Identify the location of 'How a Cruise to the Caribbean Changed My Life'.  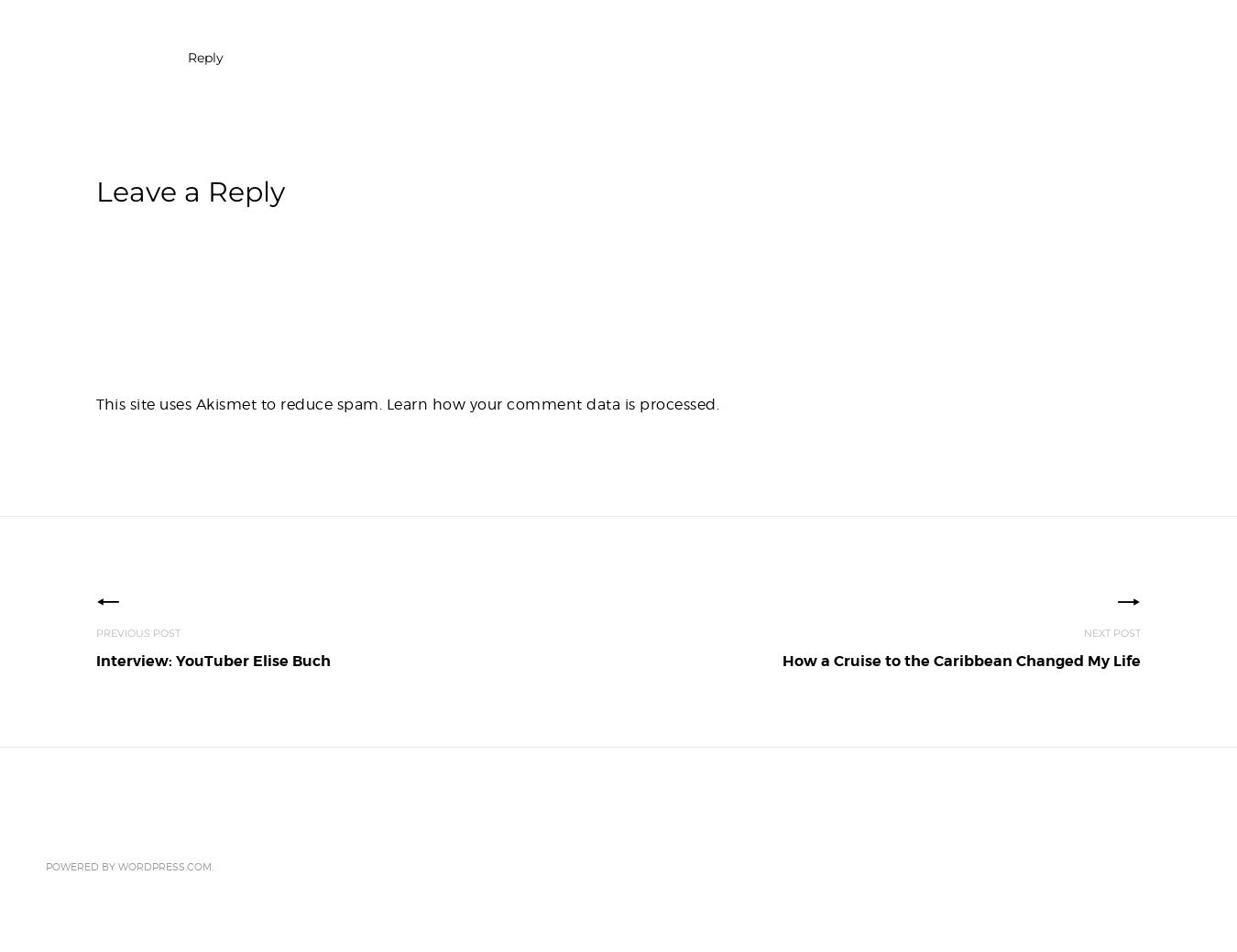
(961, 660).